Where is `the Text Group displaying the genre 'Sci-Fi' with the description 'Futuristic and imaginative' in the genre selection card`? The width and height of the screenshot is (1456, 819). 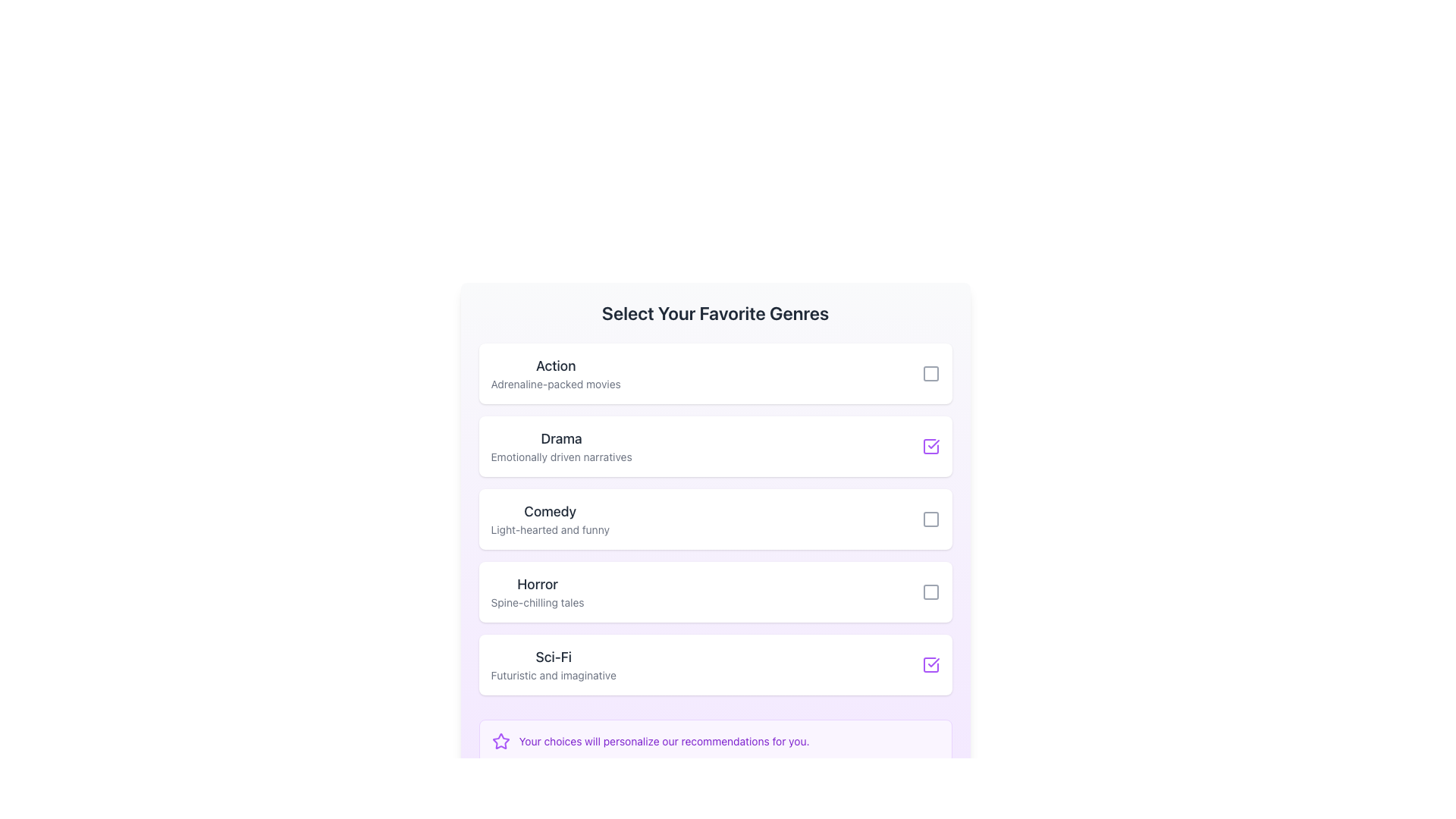
the Text Group displaying the genre 'Sci-Fi' with the description 'Futuristic and imaginative' in the genre selection card is located at coordinates (553, 664).